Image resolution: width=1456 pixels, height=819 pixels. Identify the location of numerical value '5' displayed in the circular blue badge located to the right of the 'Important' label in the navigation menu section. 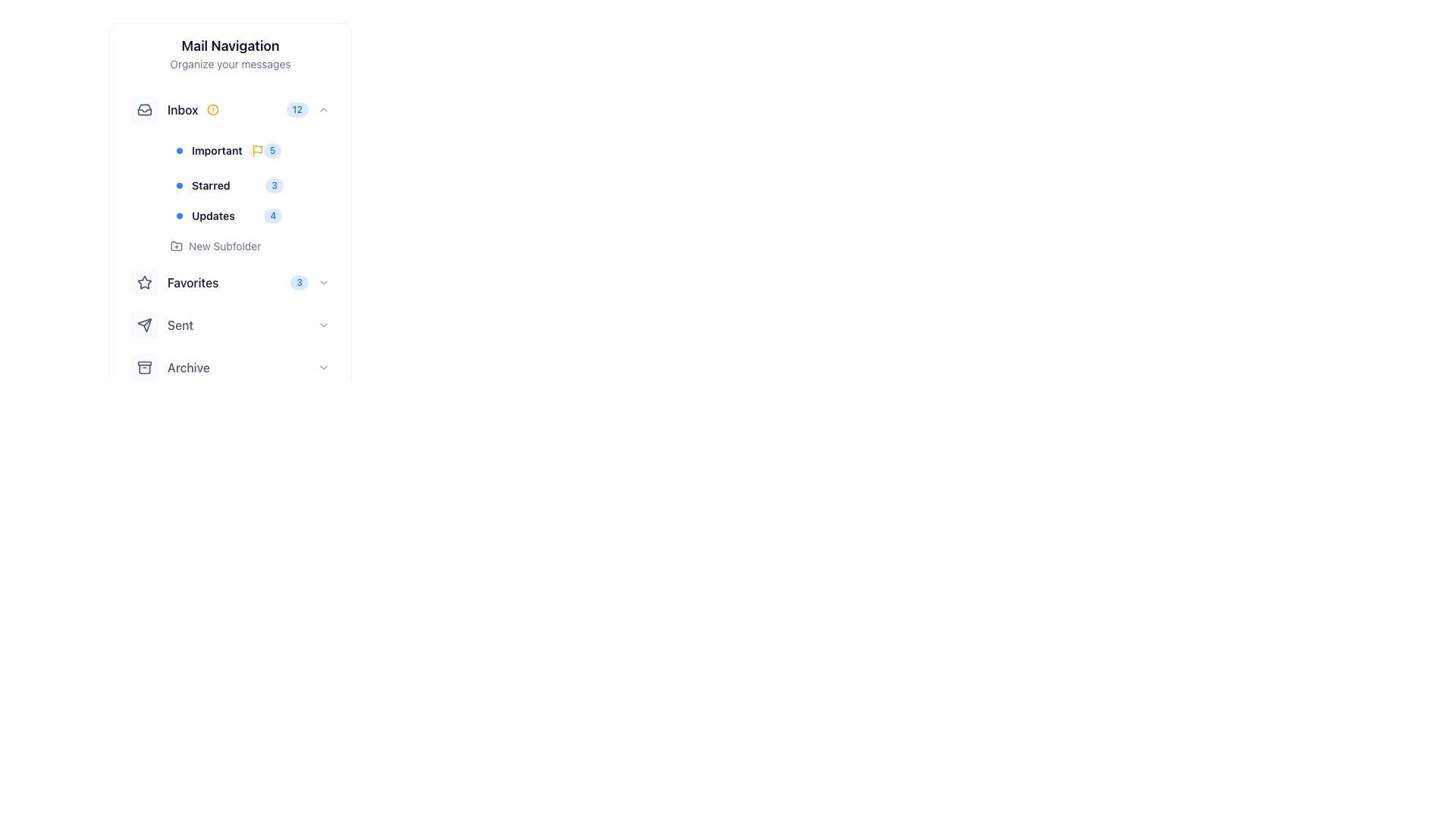
(272, 151).